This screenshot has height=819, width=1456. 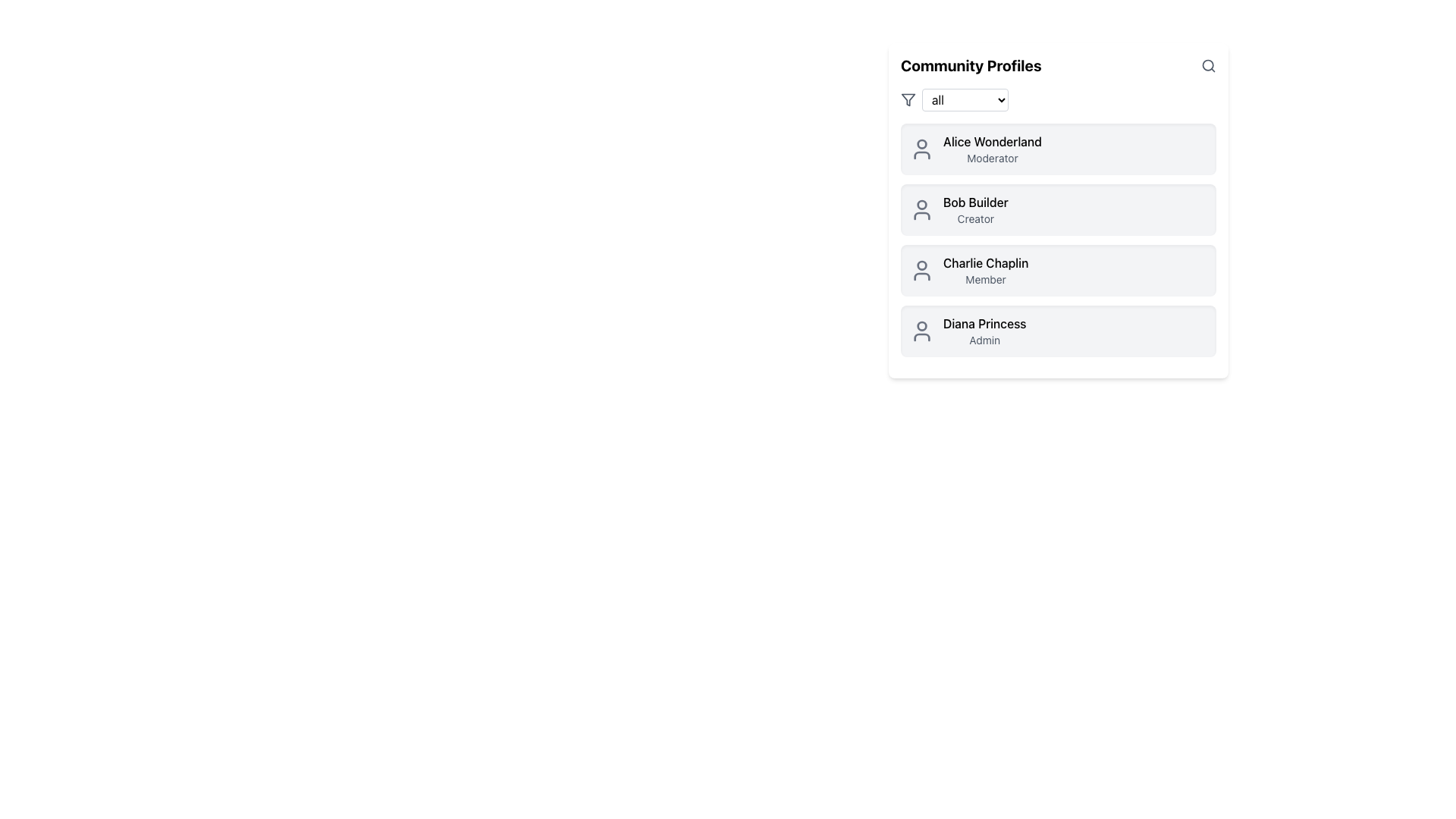 What do you see at coordinates (921, 265) in the screenshot?
I see `the styles or effects of the profile icon representing a user's head, which is a circular SVG element located to the left of the text 'Charlie Chaplin' in the third profile entry of the 'Community Profiles' list` at bounding box center [921, 265].